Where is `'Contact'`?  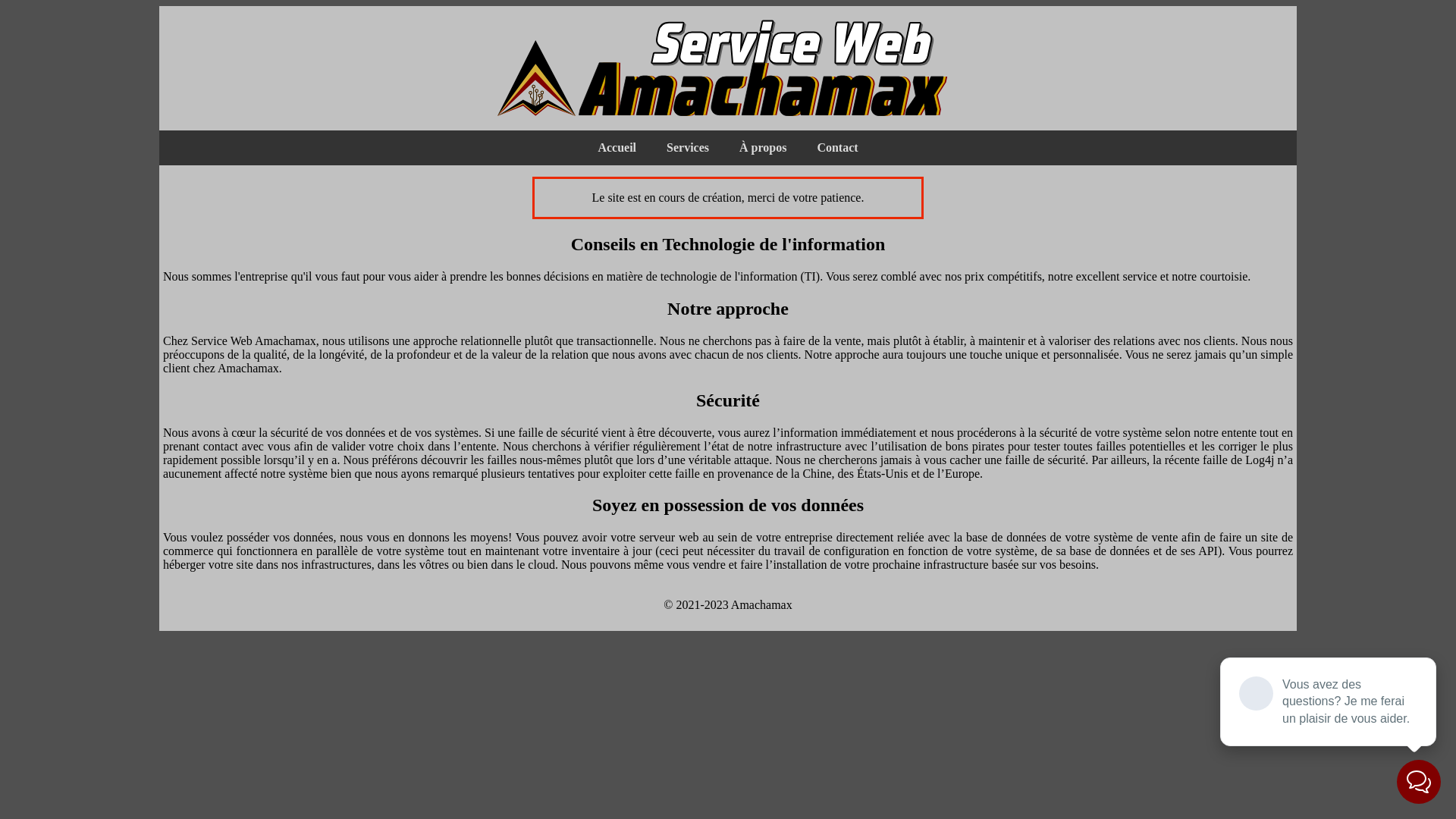
'Contact' is located at coordinates (836, 148).